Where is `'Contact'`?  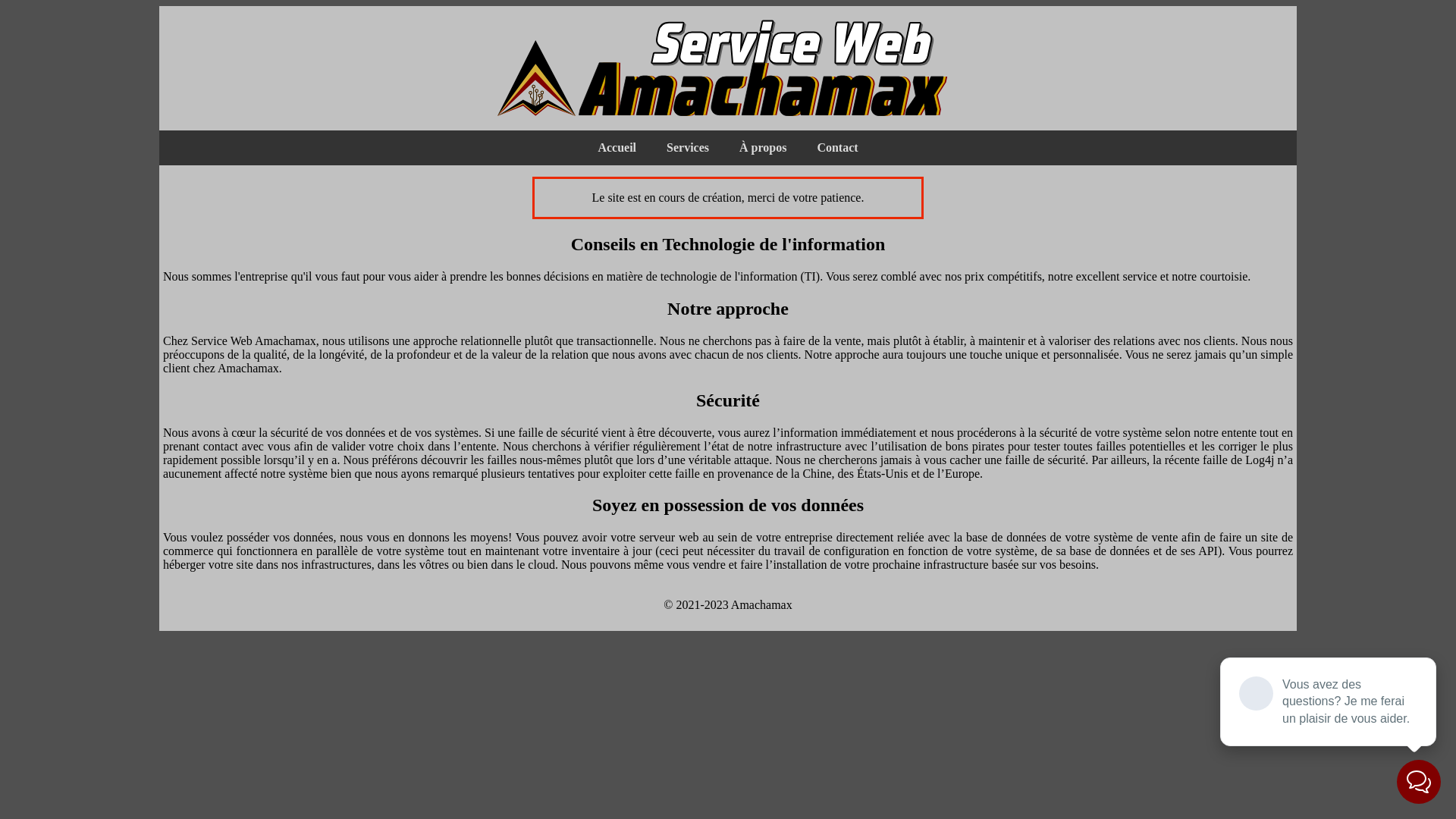
'Contact' is located at coordinates (836, 148).